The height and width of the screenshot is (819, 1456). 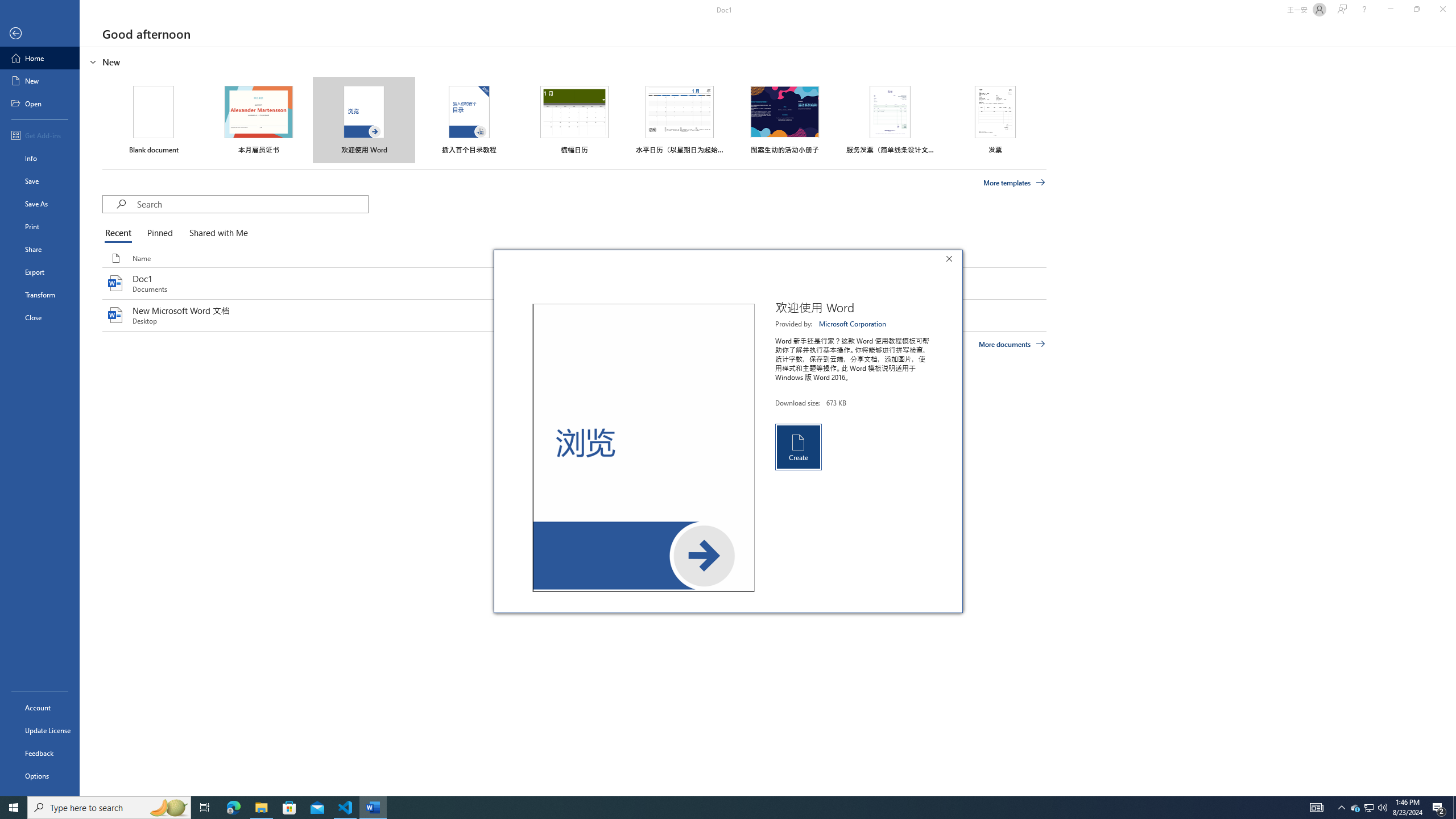 I want to click on 'Update License', so click(x=39, y=730).